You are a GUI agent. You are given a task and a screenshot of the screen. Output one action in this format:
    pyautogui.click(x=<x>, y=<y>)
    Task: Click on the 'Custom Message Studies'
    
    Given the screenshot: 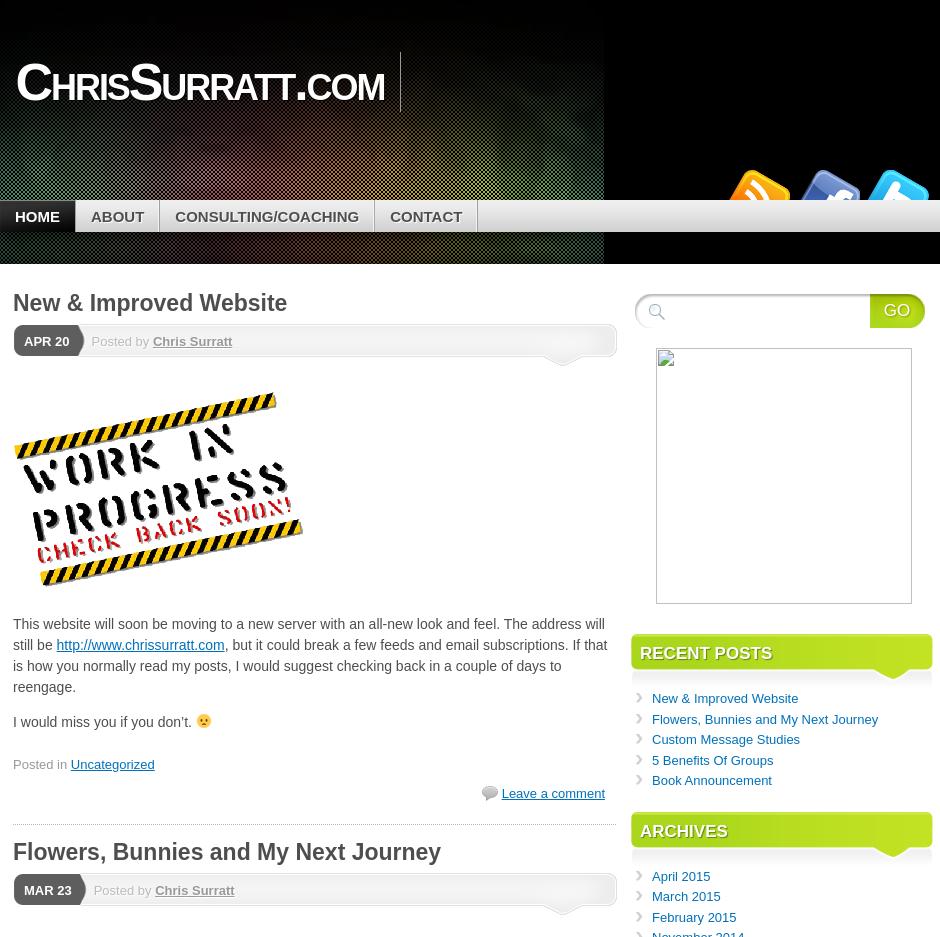 What is the action you would take?
    pyautogui.click(x=725, y=738)
    